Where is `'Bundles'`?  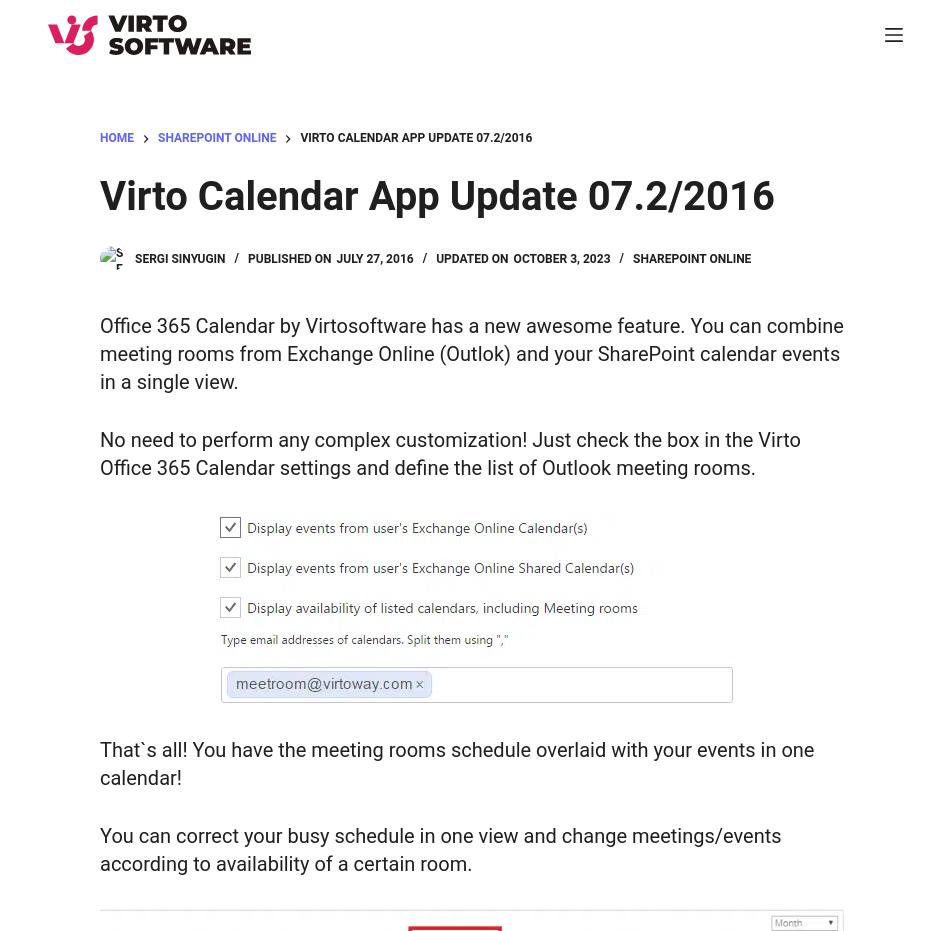
'Bundles' is located at coordinates (83, 344).